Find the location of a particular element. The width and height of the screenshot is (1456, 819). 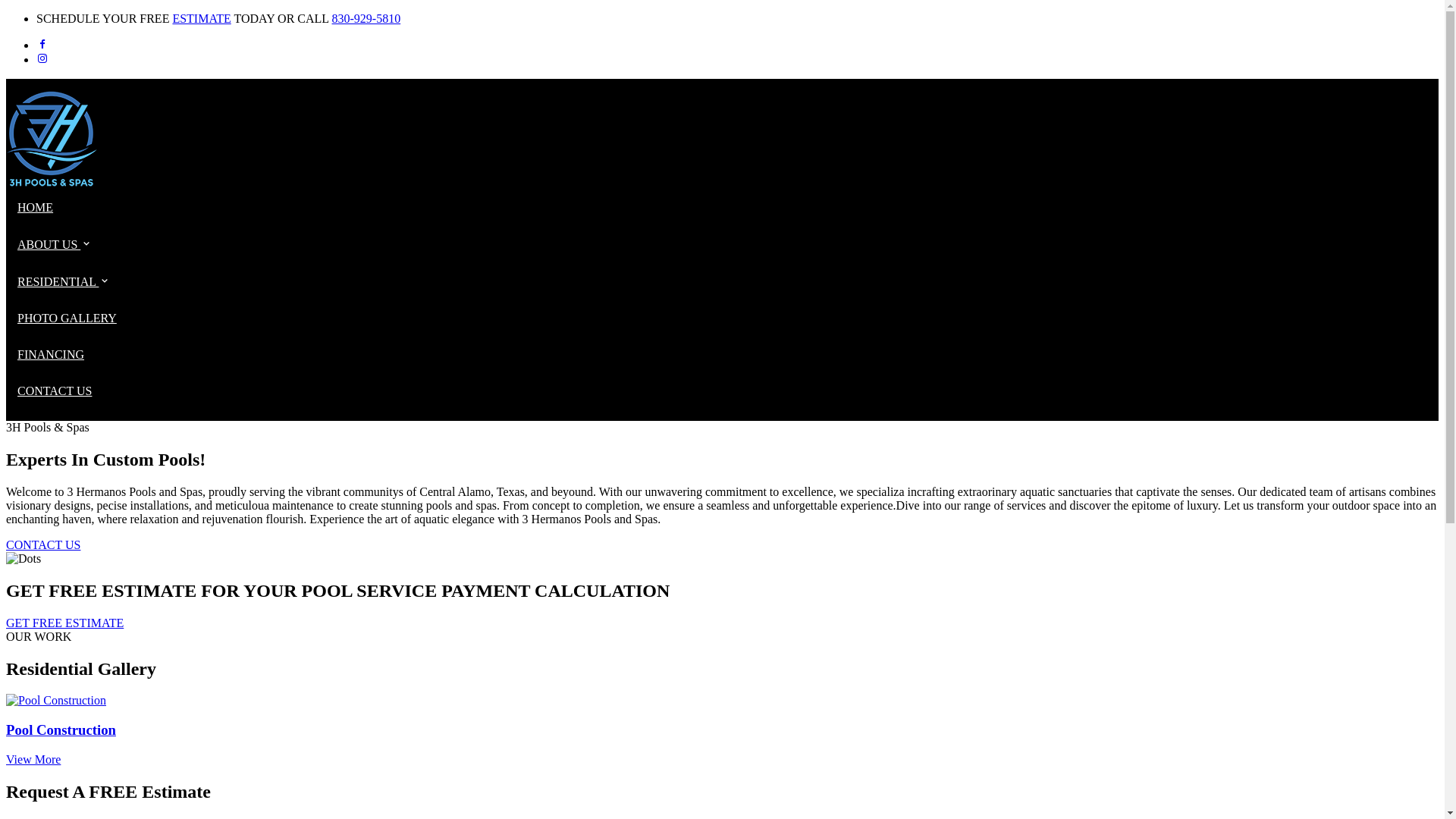

'View More' is located at coordinates (33, 759).